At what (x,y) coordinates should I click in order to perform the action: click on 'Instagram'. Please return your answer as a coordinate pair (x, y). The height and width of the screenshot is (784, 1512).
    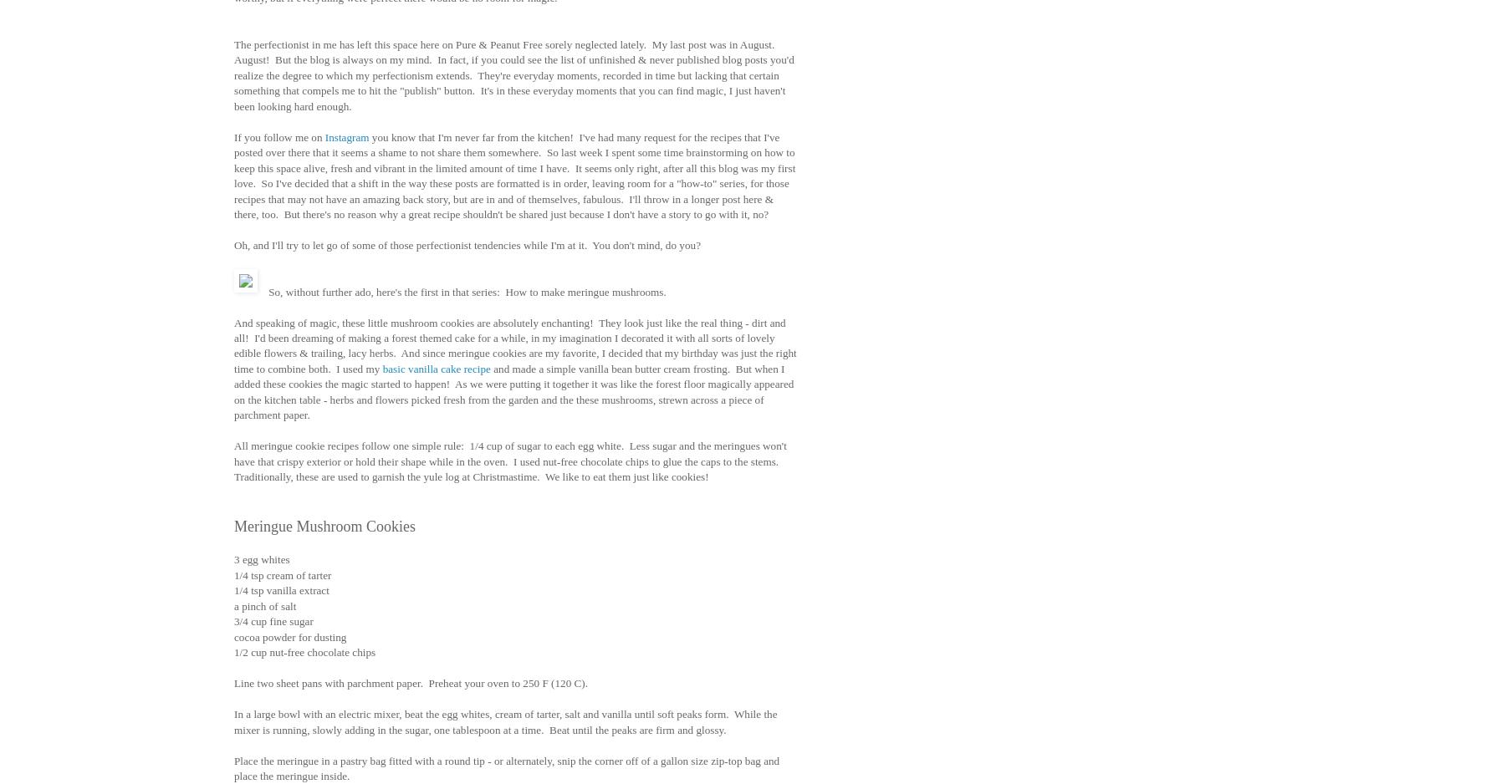
    Looking at the image, I should click on (347, 136).